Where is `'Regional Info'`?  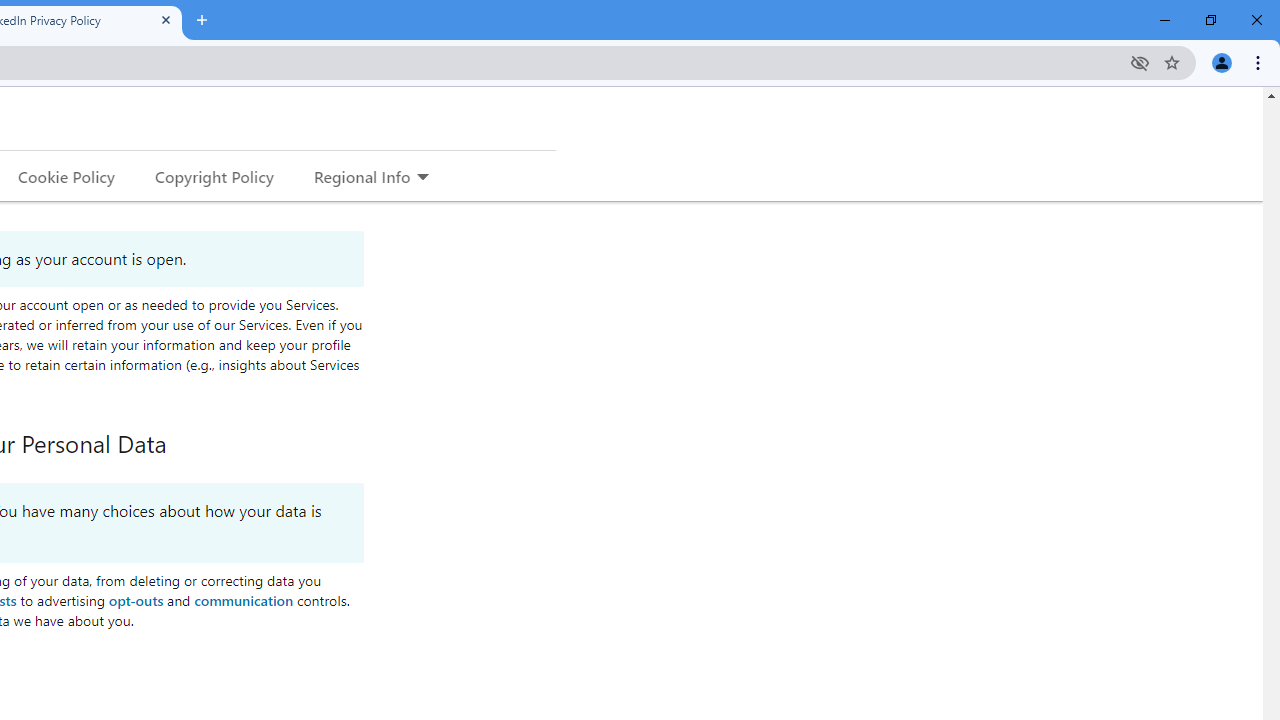 'Regional Info' is located at coordinates (362, 175).